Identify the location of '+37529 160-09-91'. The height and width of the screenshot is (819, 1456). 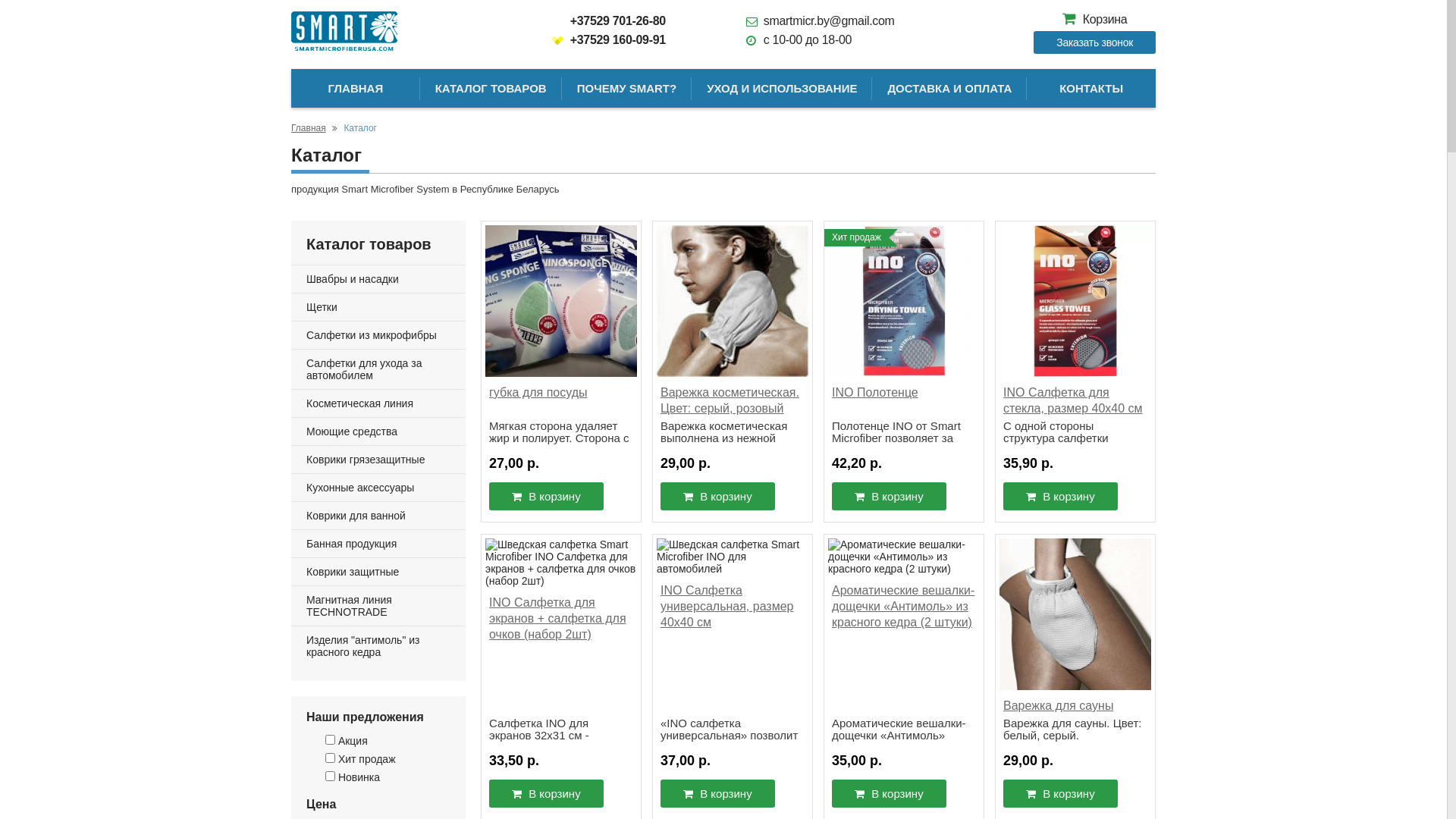
(608, 39).